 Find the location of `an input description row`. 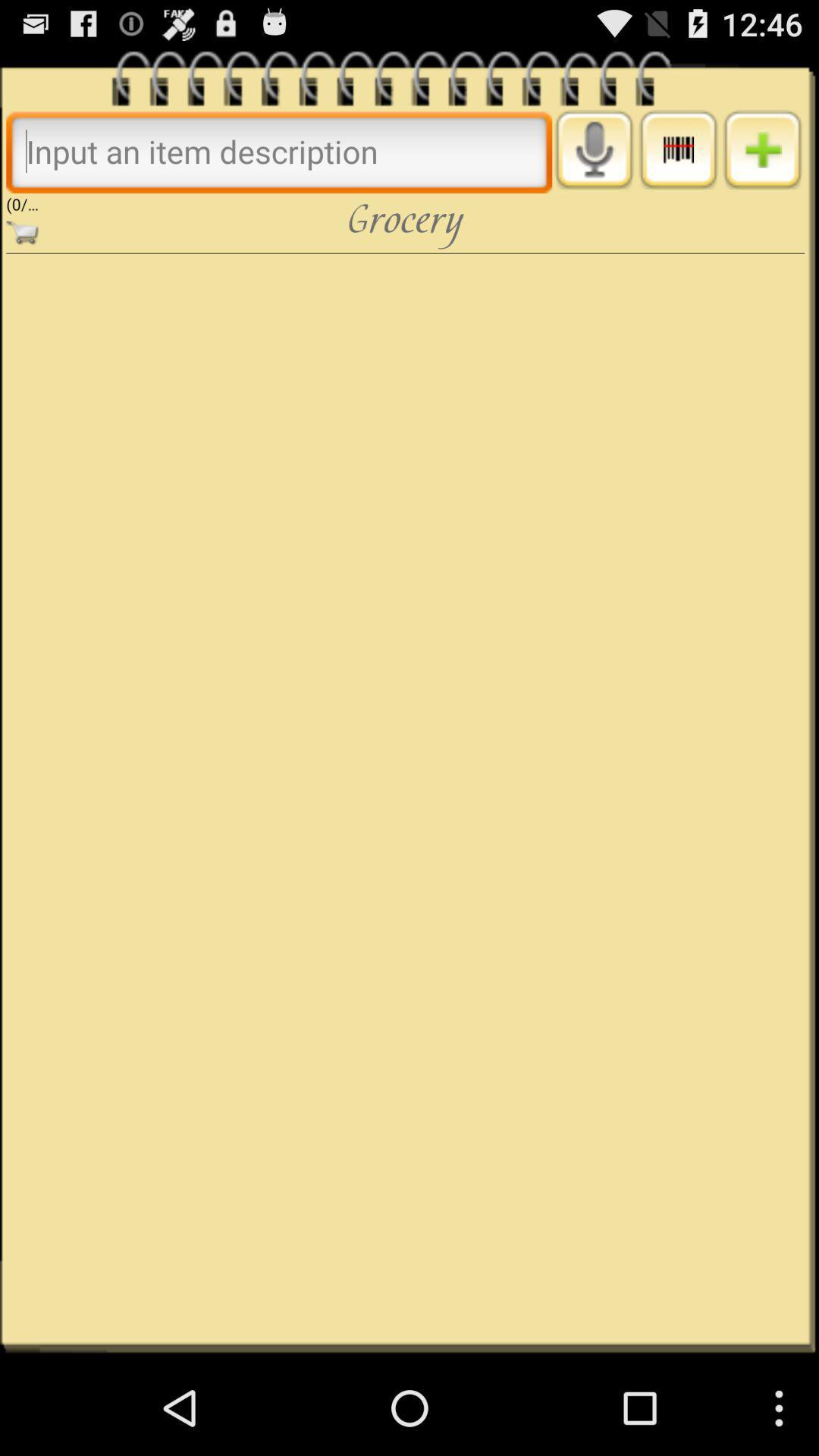

an input description row is located at coordinates (762, 149).